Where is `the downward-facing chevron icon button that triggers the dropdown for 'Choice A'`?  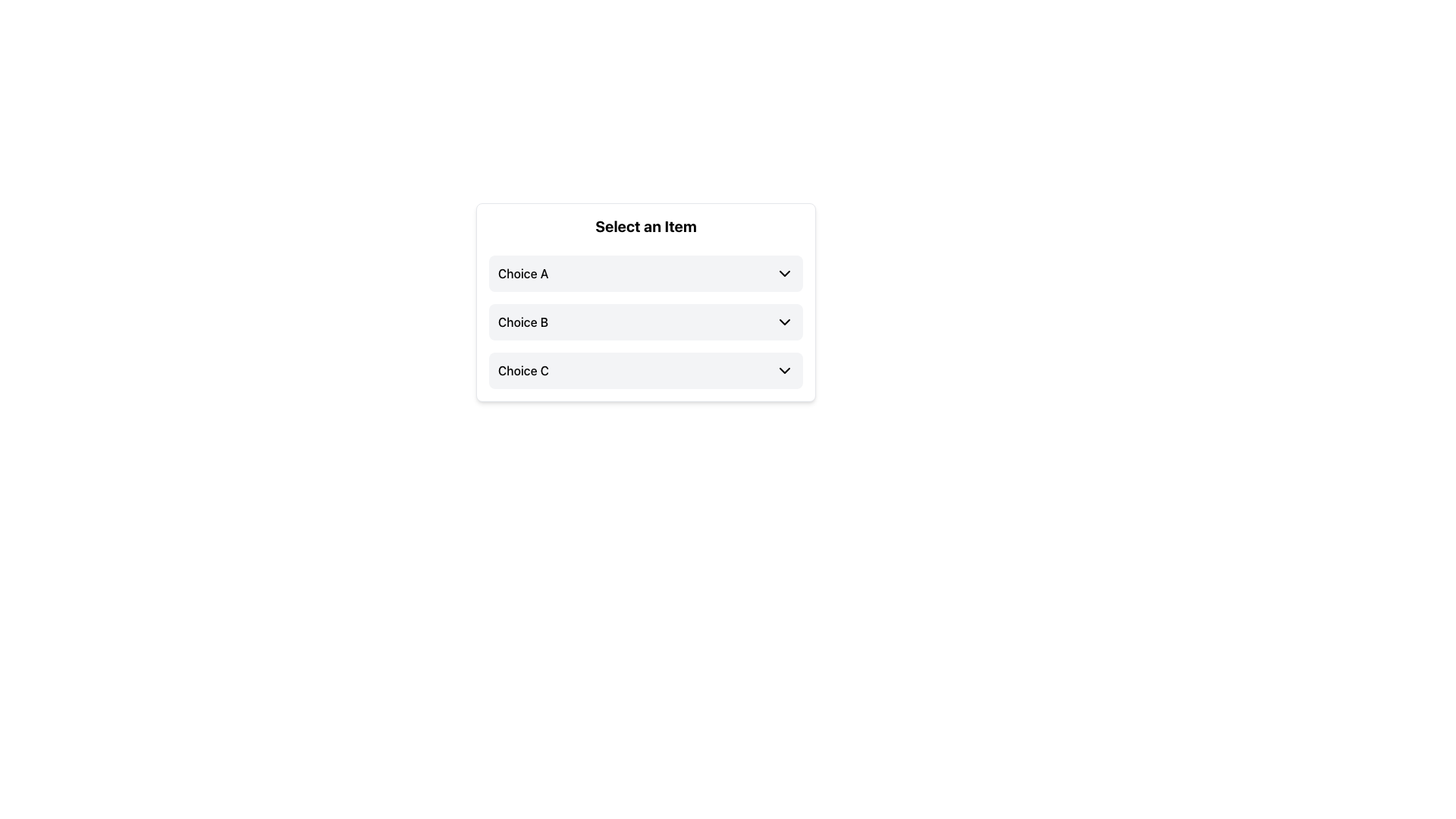
the downward-facing chevron icon button that triggers the dropdown for 'Choice A' is located at coordinates (785, 274).